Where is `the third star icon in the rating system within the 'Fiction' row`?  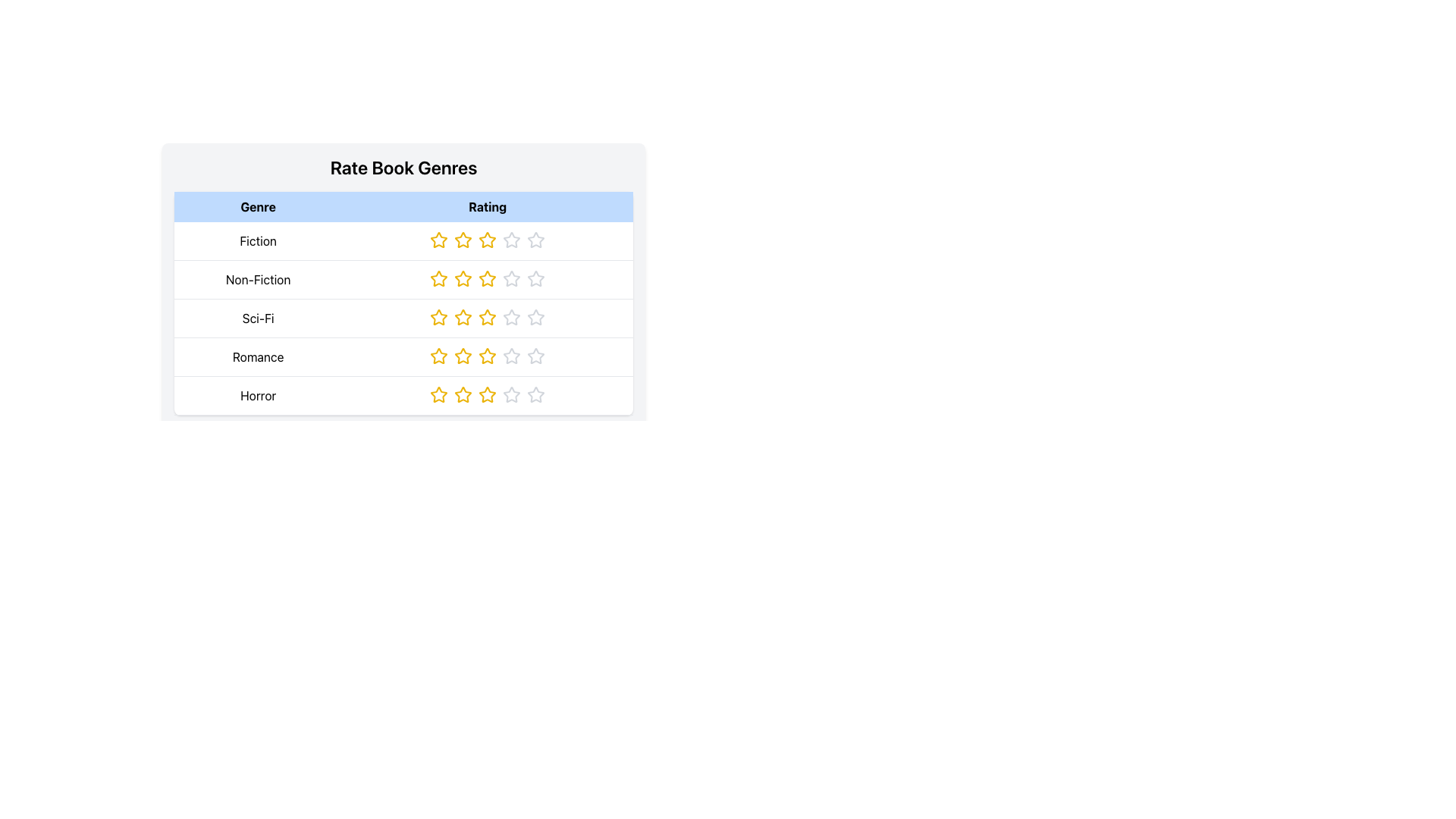 the third star icon in the rating system within the 'Fiction' row is located at coordinates (488, 240).